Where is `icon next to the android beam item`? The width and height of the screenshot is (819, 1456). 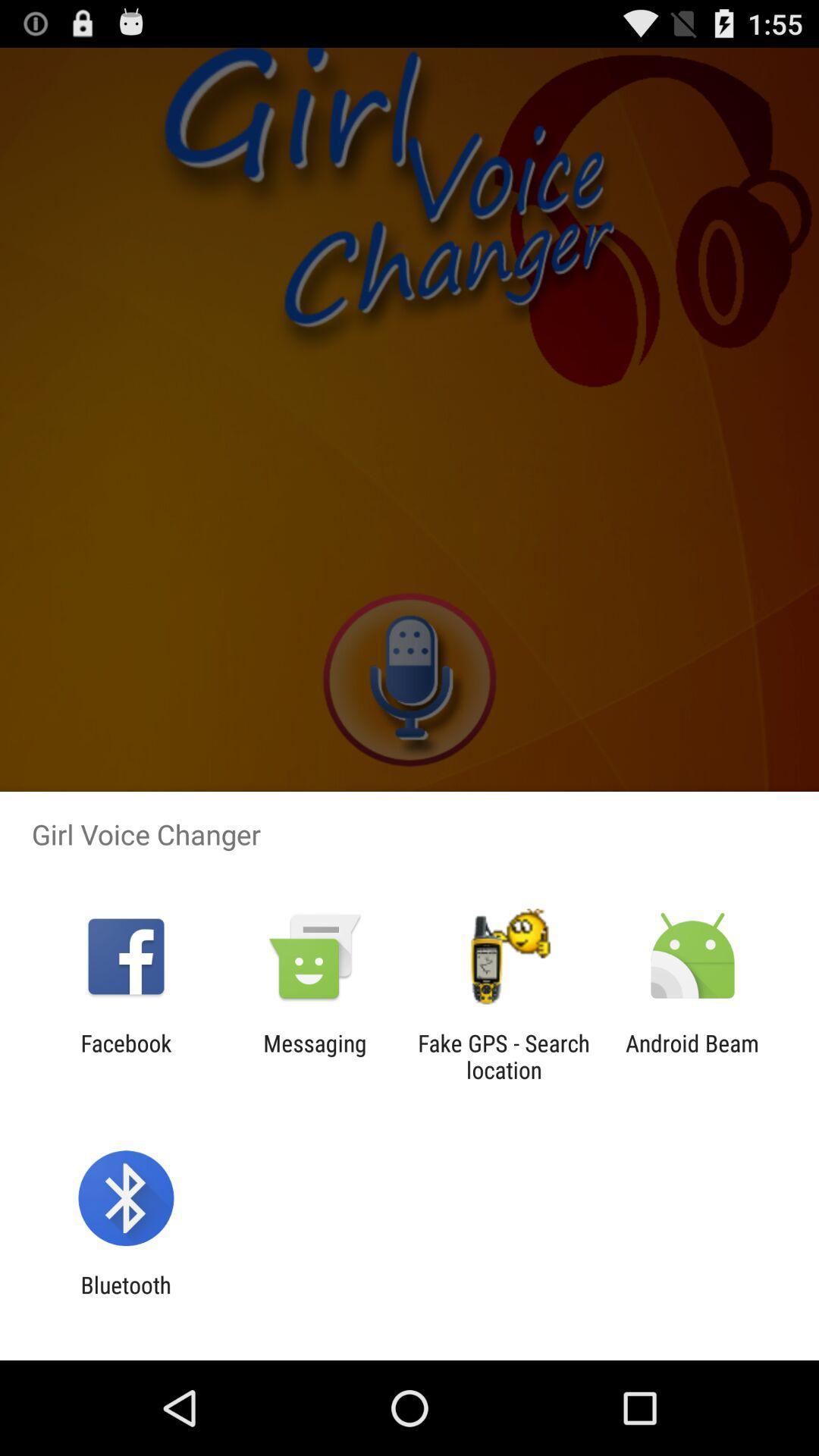 icon next to the android beam item is located at coordinates (504, 1056).